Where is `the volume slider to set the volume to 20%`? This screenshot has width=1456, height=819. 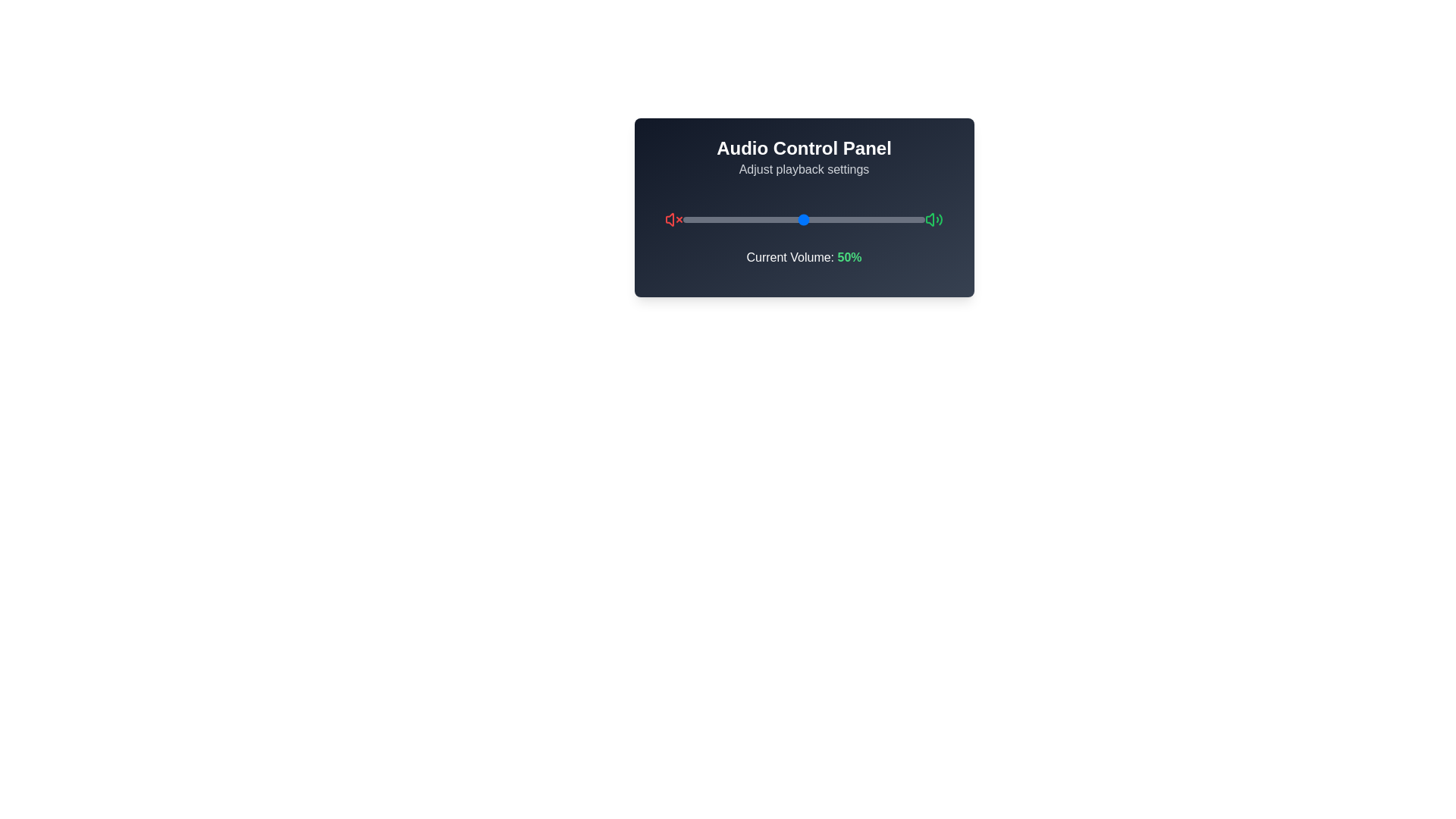 the volume slider to set the volume to 20% is located at coordinates (731, 219).